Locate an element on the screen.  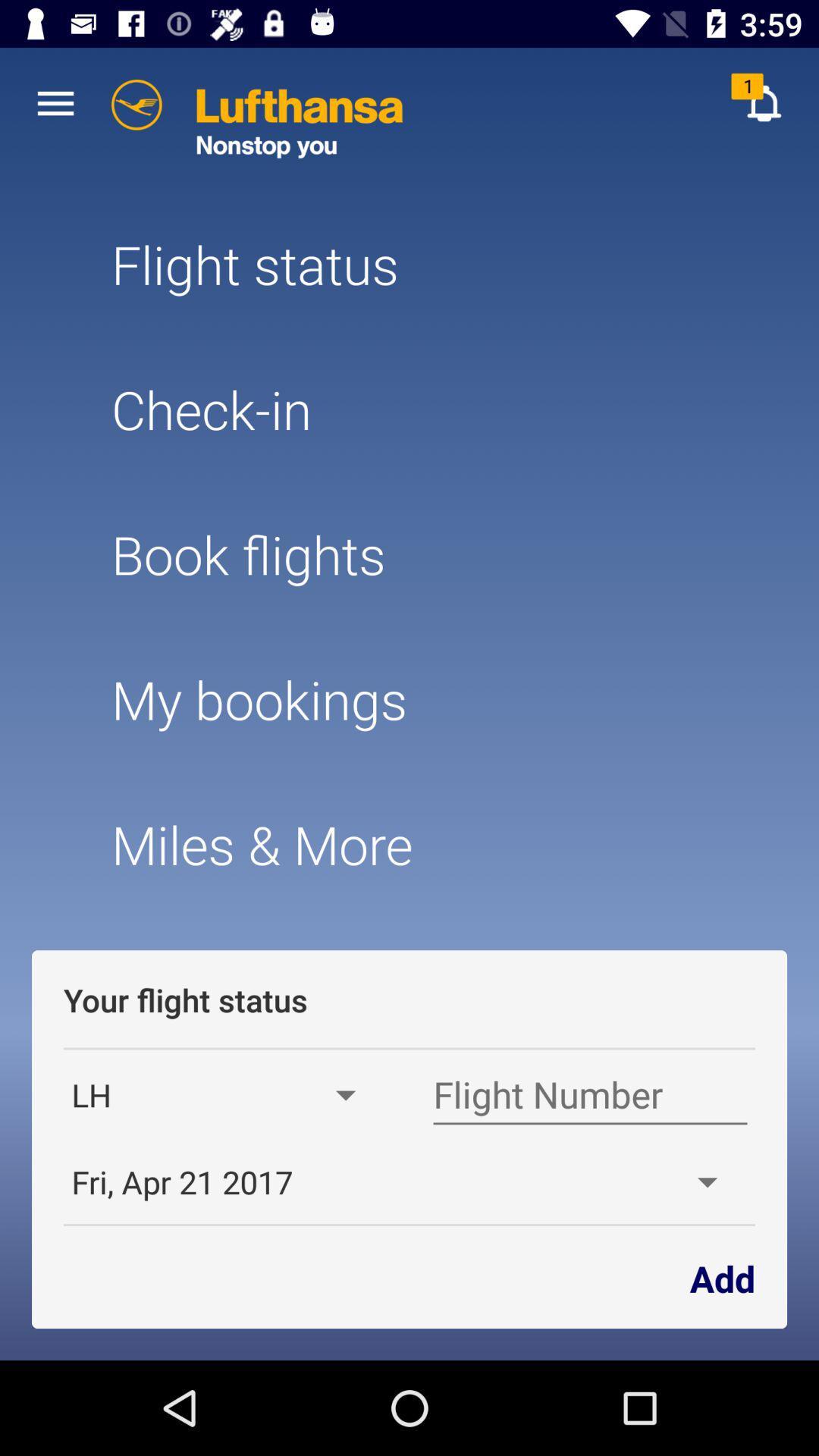
text box for flight number is located at coordinates (589, 1095).